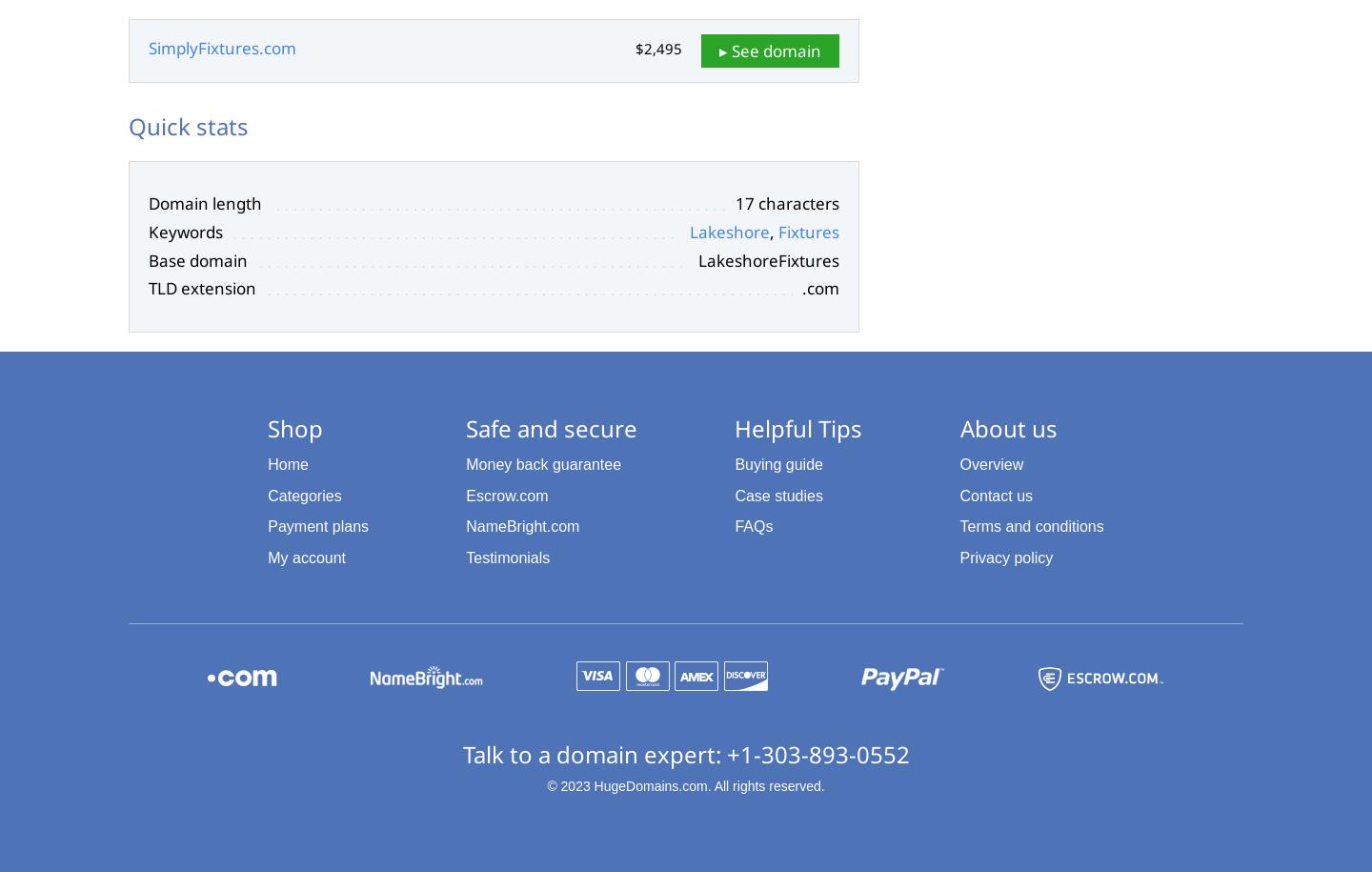  What do you see at coordinates (958, 462) in the screenshot?
I see `'Overview'` at bounding box center [958, 462].